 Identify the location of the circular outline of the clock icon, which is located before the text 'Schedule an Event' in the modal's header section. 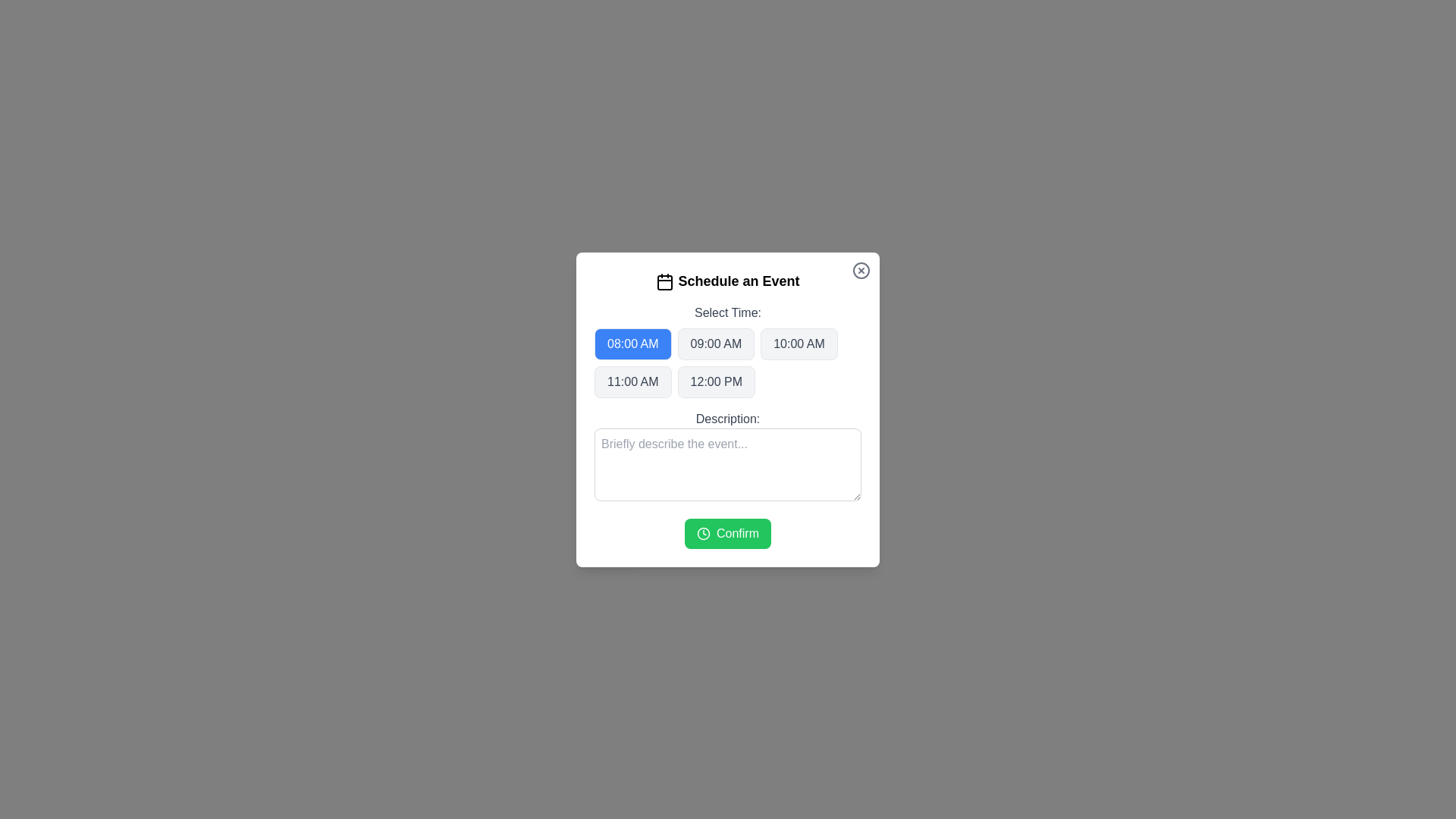
(702, 532).